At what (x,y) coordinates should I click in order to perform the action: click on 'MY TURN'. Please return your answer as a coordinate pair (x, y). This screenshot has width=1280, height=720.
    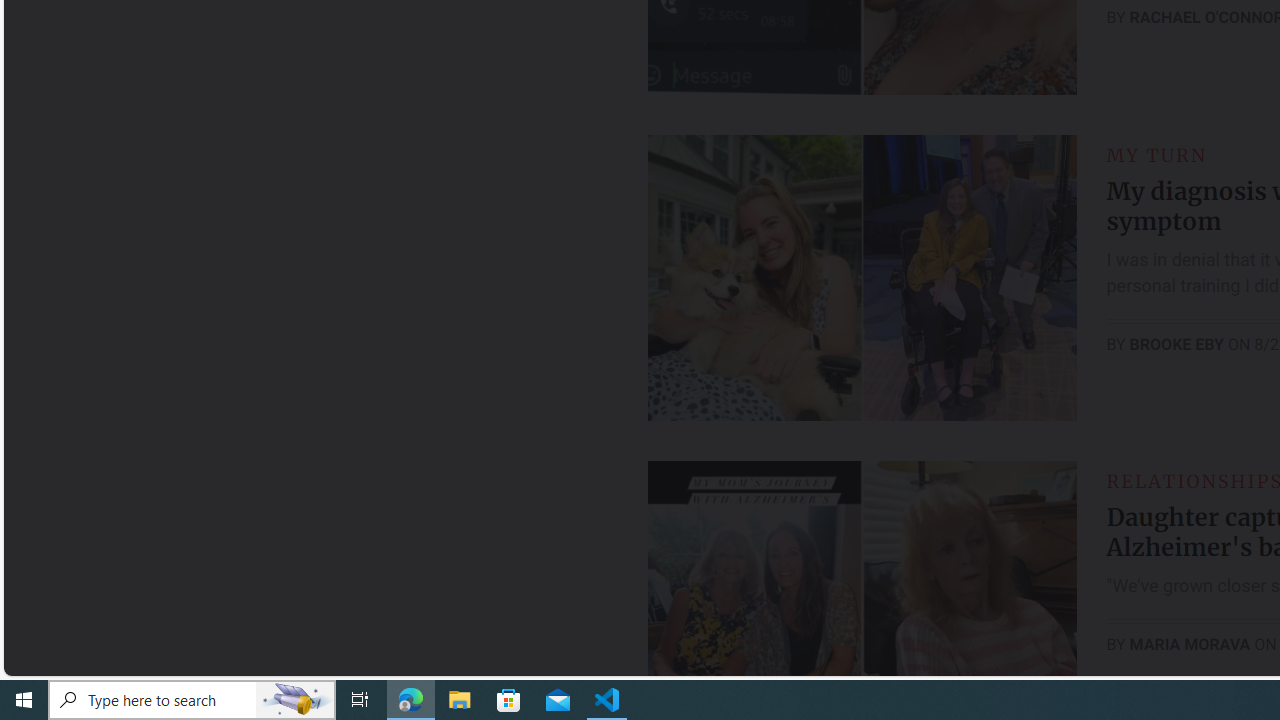
    Looking at the image, I should click on (1157, 154).